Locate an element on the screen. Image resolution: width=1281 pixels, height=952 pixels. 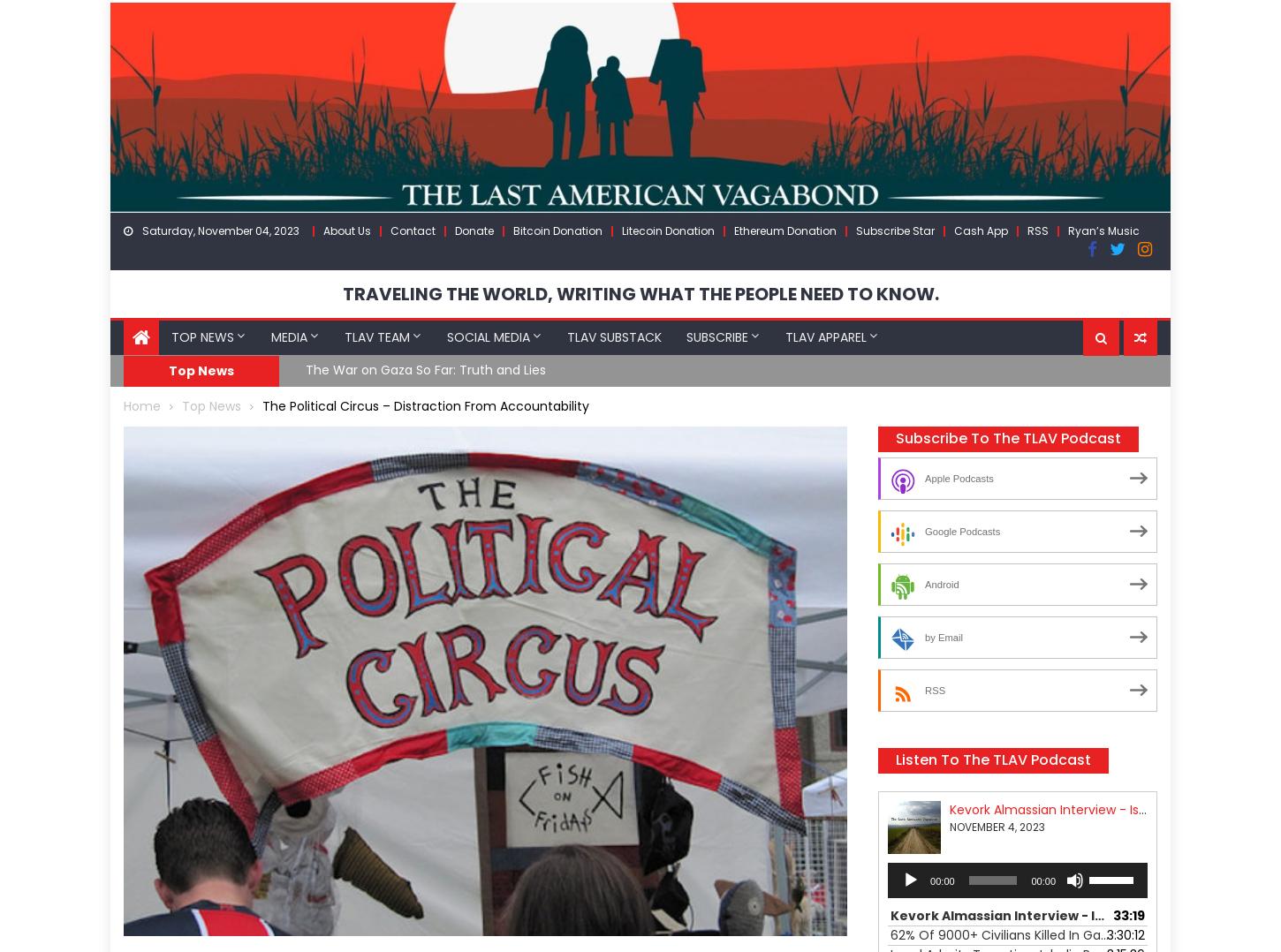
'Top News' is located at coordinates (200, 369).